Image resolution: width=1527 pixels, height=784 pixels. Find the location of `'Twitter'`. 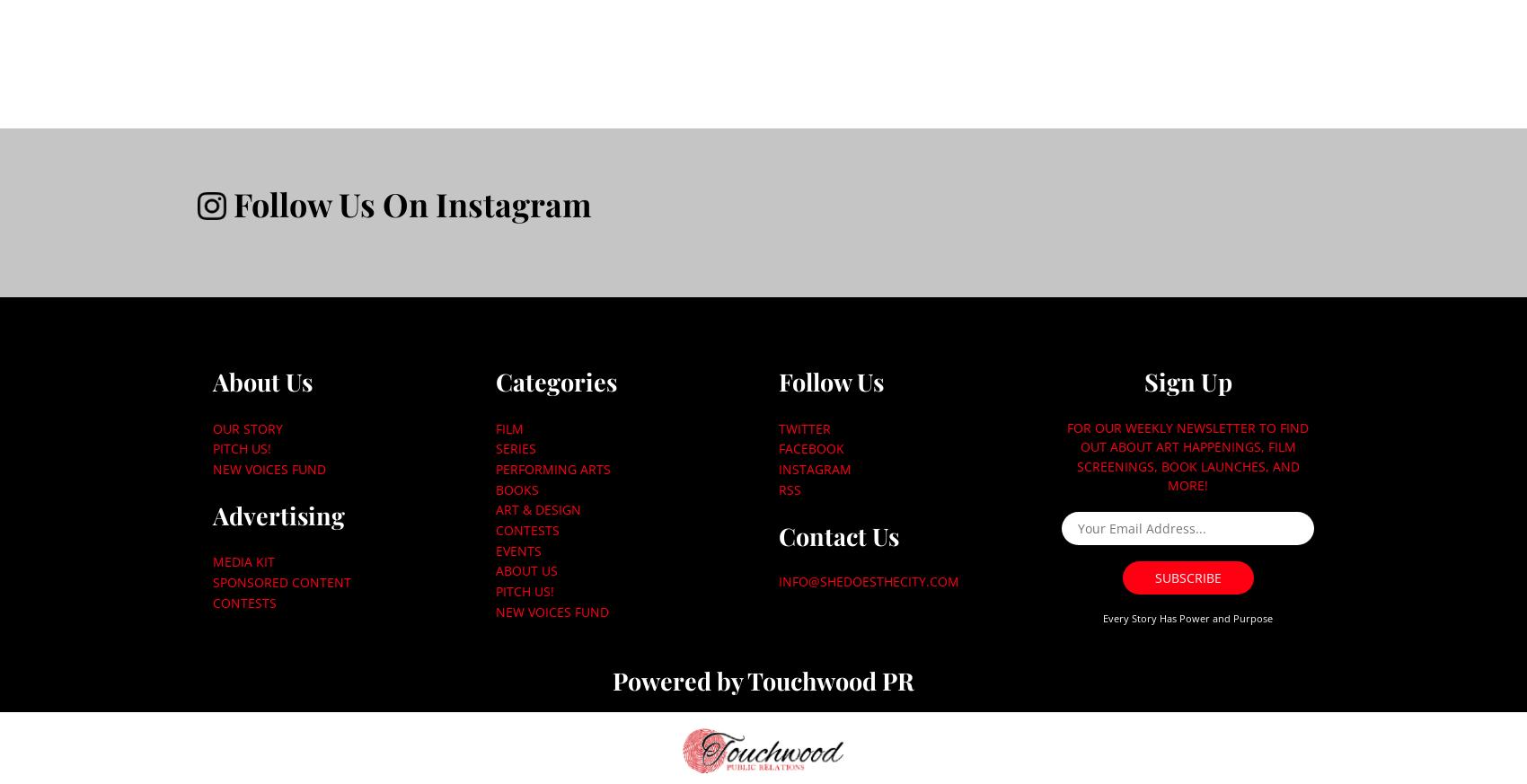

'Twitter' is located at coordinates (804, 427).